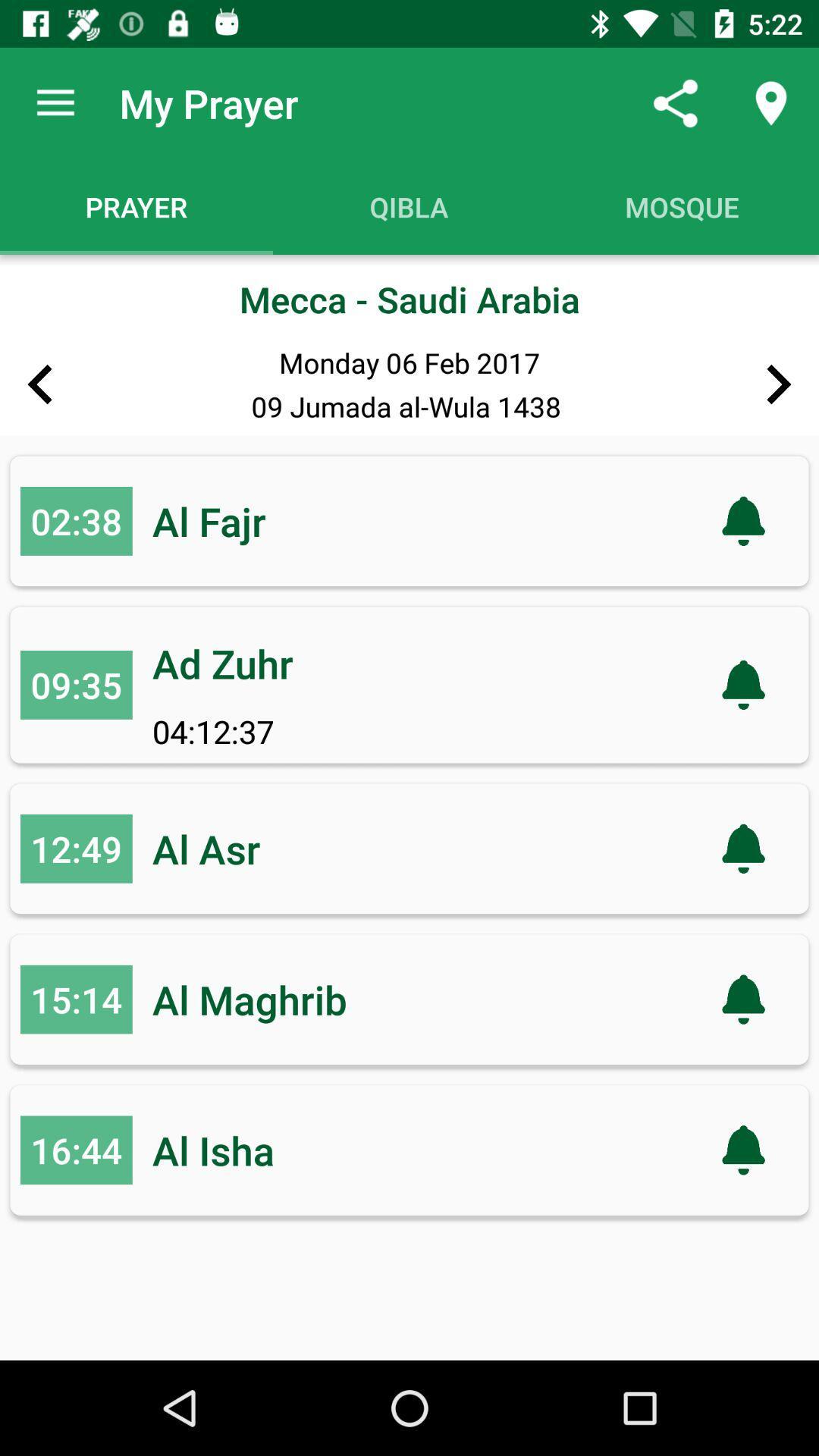 The image size is (819, 1456). I want to click on the icon below 02:38 icon, so click(76, 684).